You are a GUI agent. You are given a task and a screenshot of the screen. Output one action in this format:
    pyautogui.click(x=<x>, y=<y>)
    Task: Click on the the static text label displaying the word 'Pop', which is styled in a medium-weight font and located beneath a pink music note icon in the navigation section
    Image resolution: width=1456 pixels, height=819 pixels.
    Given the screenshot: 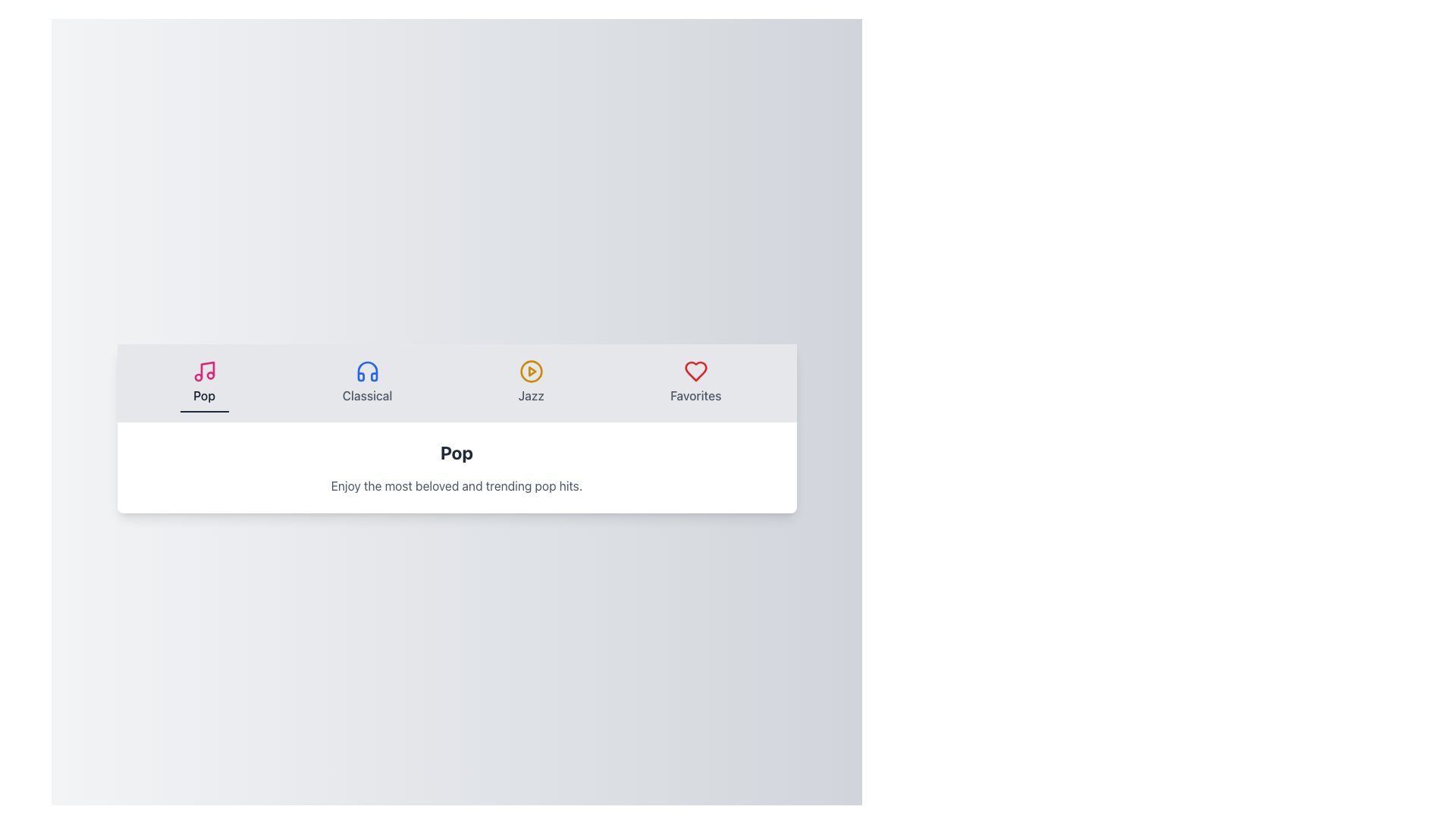 What is the action you would take?
    pyautogui.click(x=203, y=394)
    